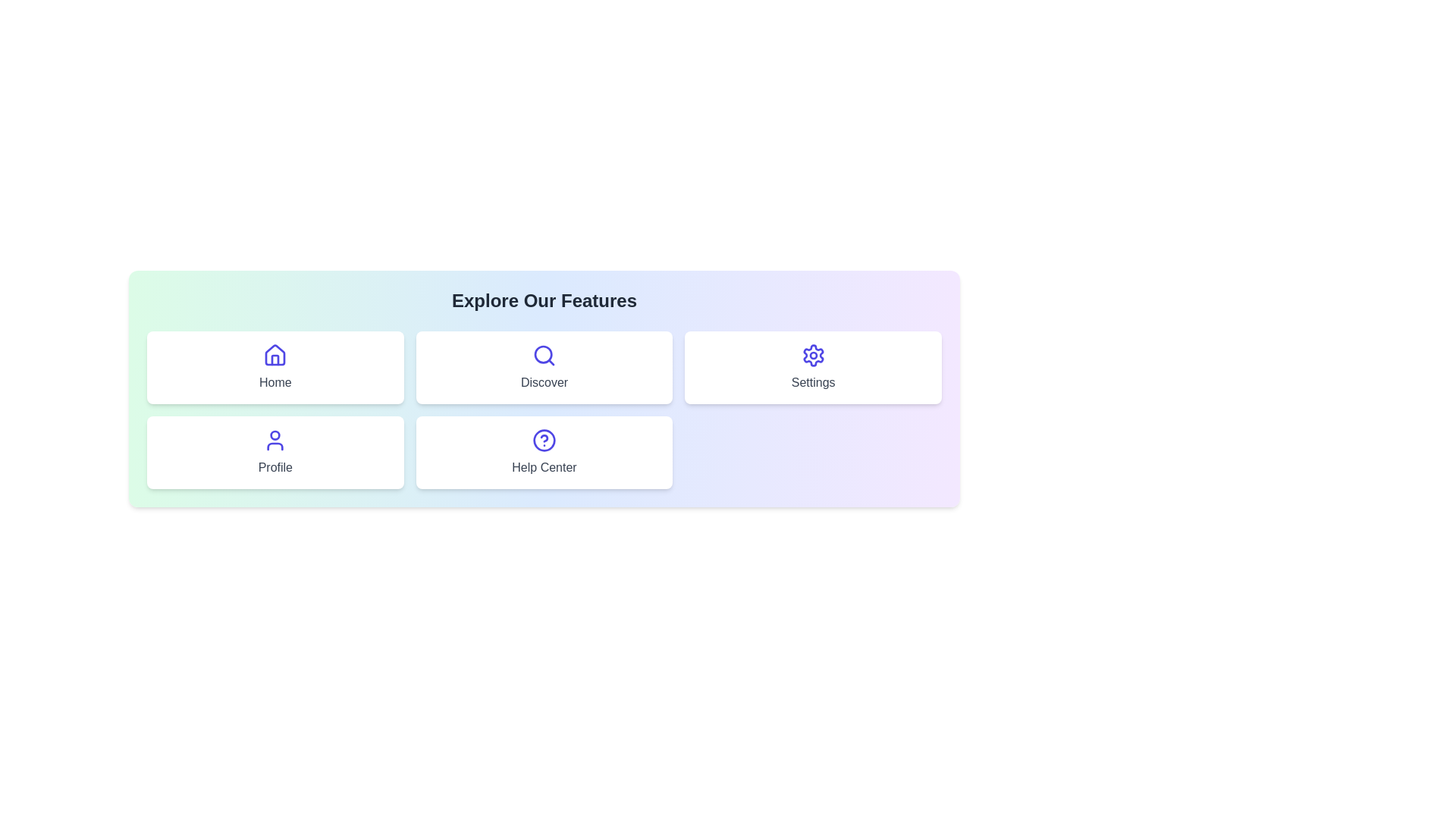 The height and width of the screenshot is (819, 1456). Describe the element at coordinates (812, 368) in the screenshot. I see `the 'Settings' button, which is a rectangular button with rounded corners, featuring a gear icon in indigo and labeled 'Settings' in gray text, located in the top row, third column of a grid` at that location.